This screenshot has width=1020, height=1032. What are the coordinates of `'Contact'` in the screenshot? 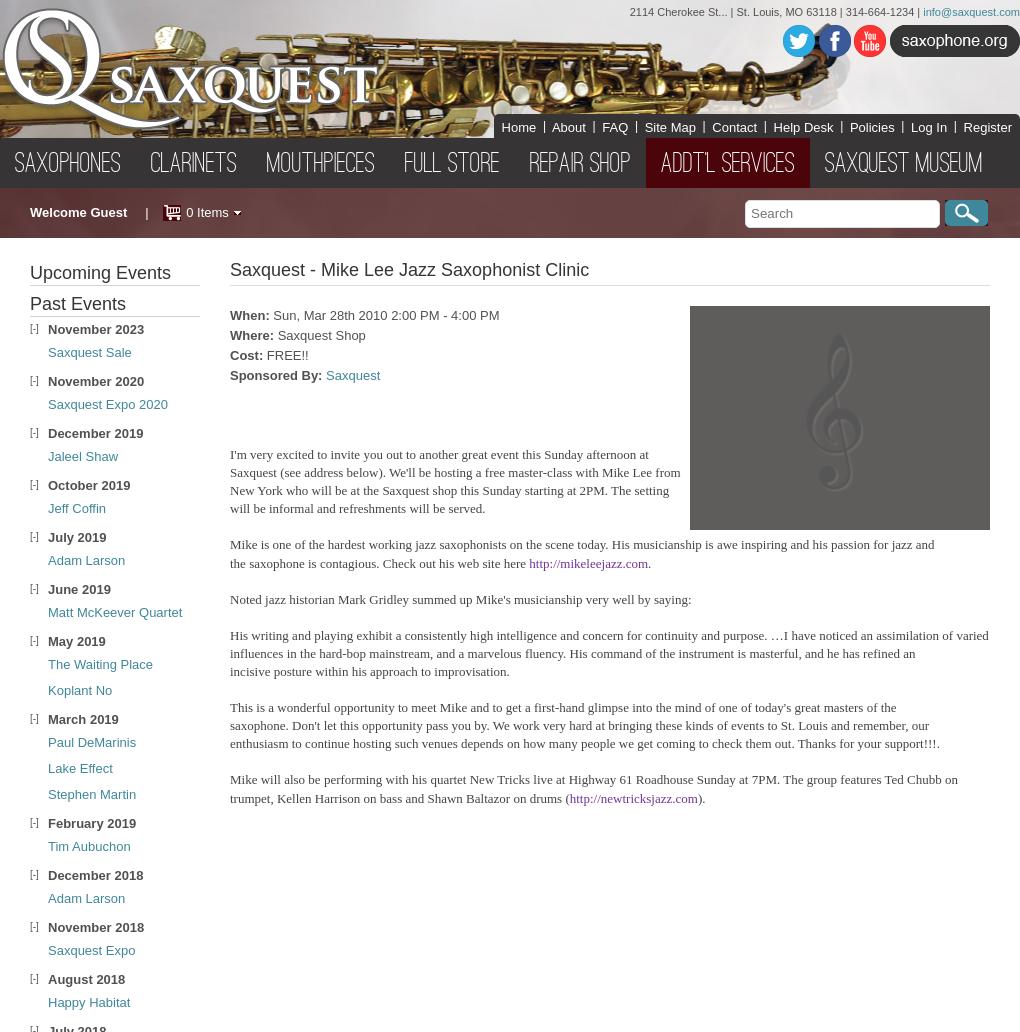 It's located at (734, 126).